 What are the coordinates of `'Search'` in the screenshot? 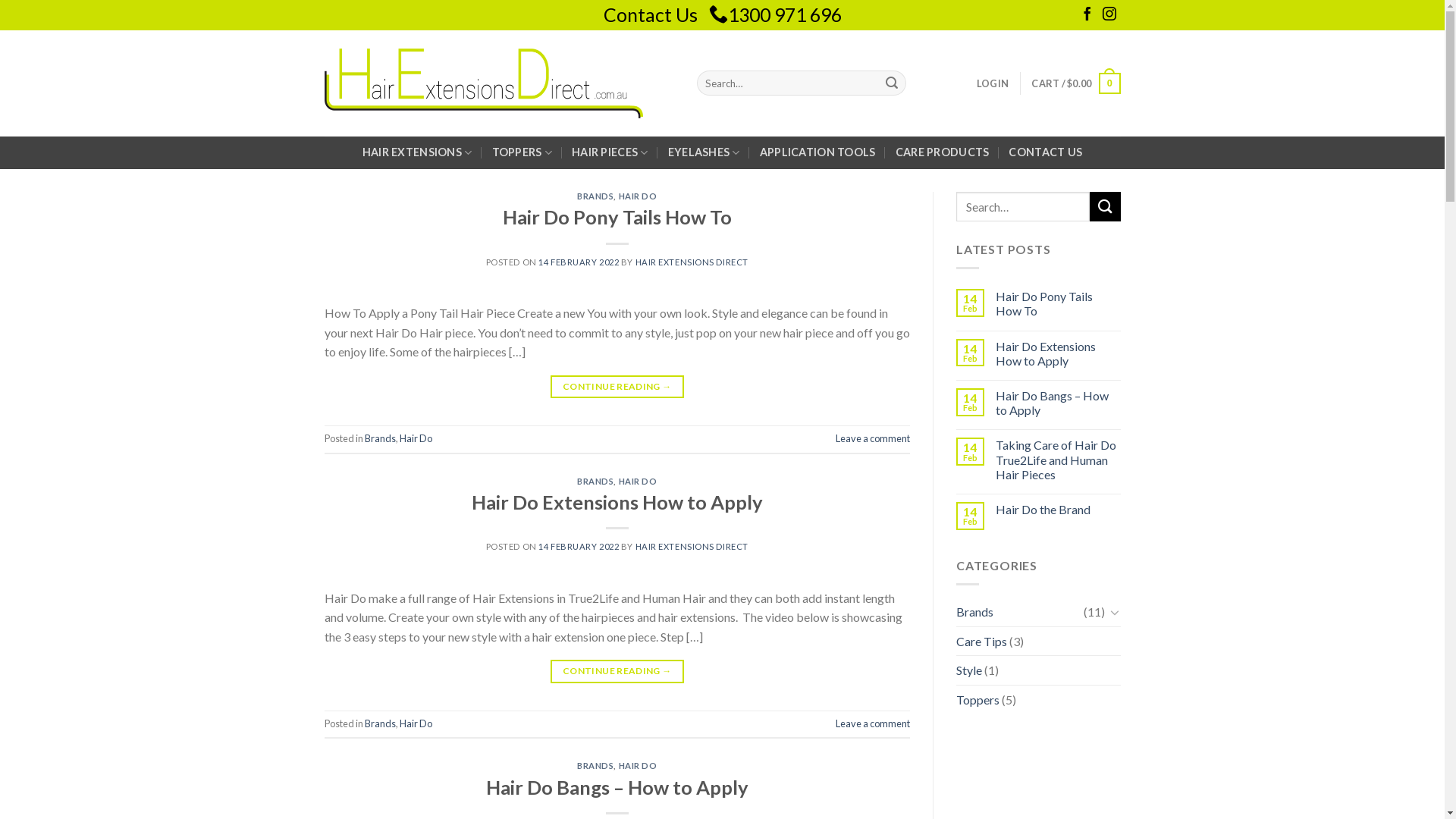 It's located at (892, 83).